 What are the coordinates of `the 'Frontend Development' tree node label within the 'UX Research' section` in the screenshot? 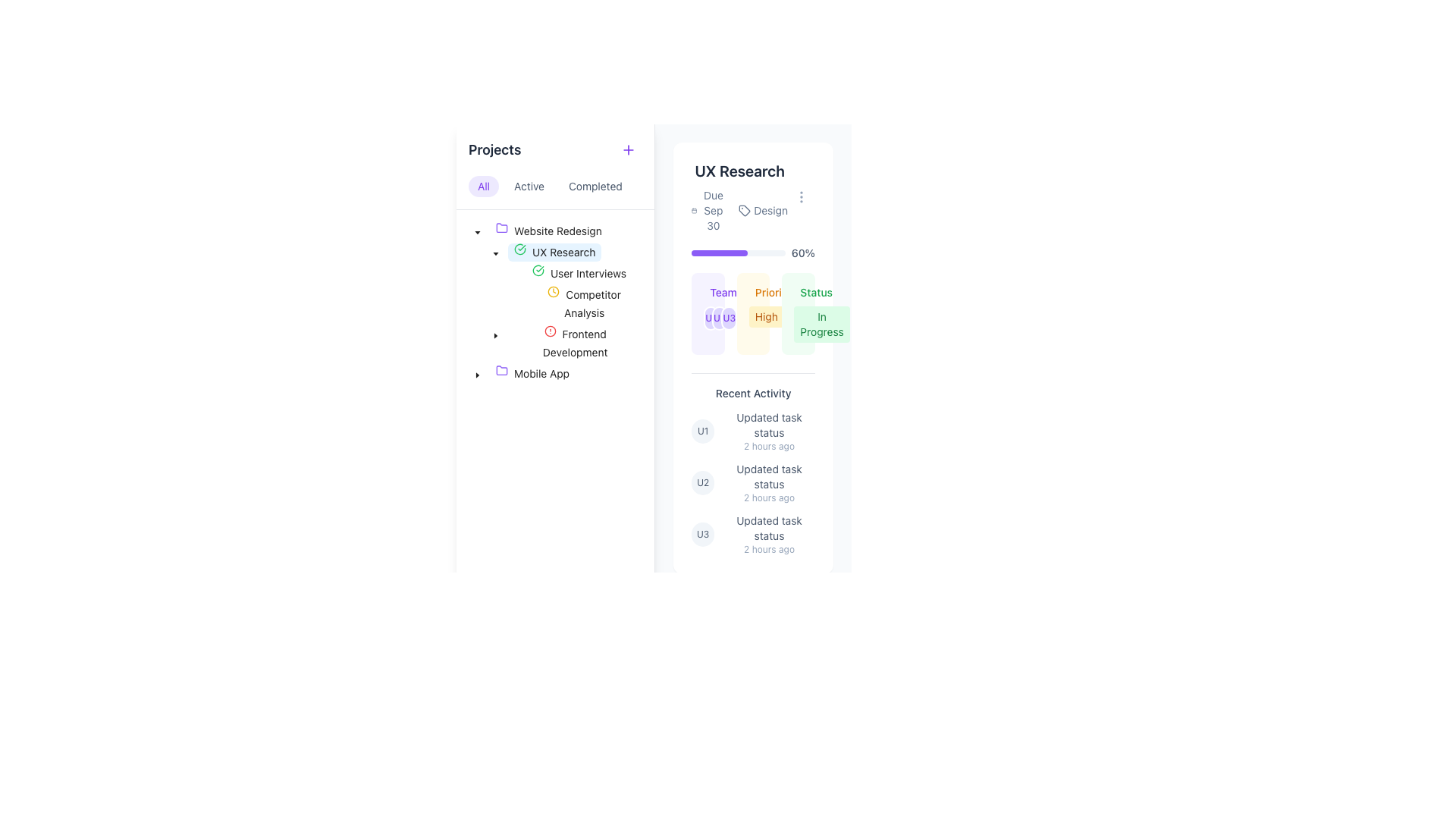 It's located at (574, 343).